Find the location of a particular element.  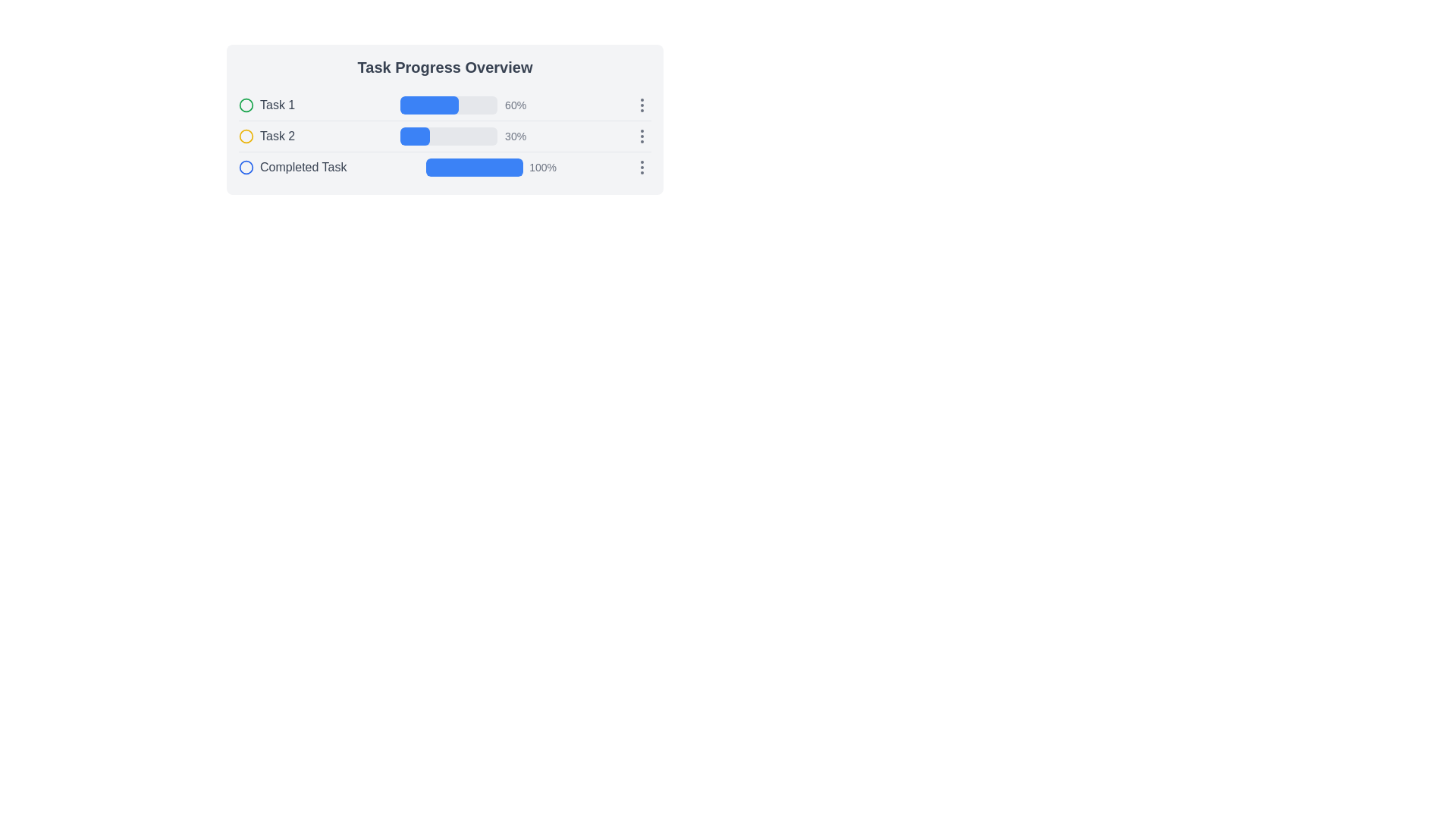

the horizontal blue progress bar labeled '60%' that is adjacent to 'Task 1' in the 'Task Progress Overview' section is located at coordinates (444, 105).